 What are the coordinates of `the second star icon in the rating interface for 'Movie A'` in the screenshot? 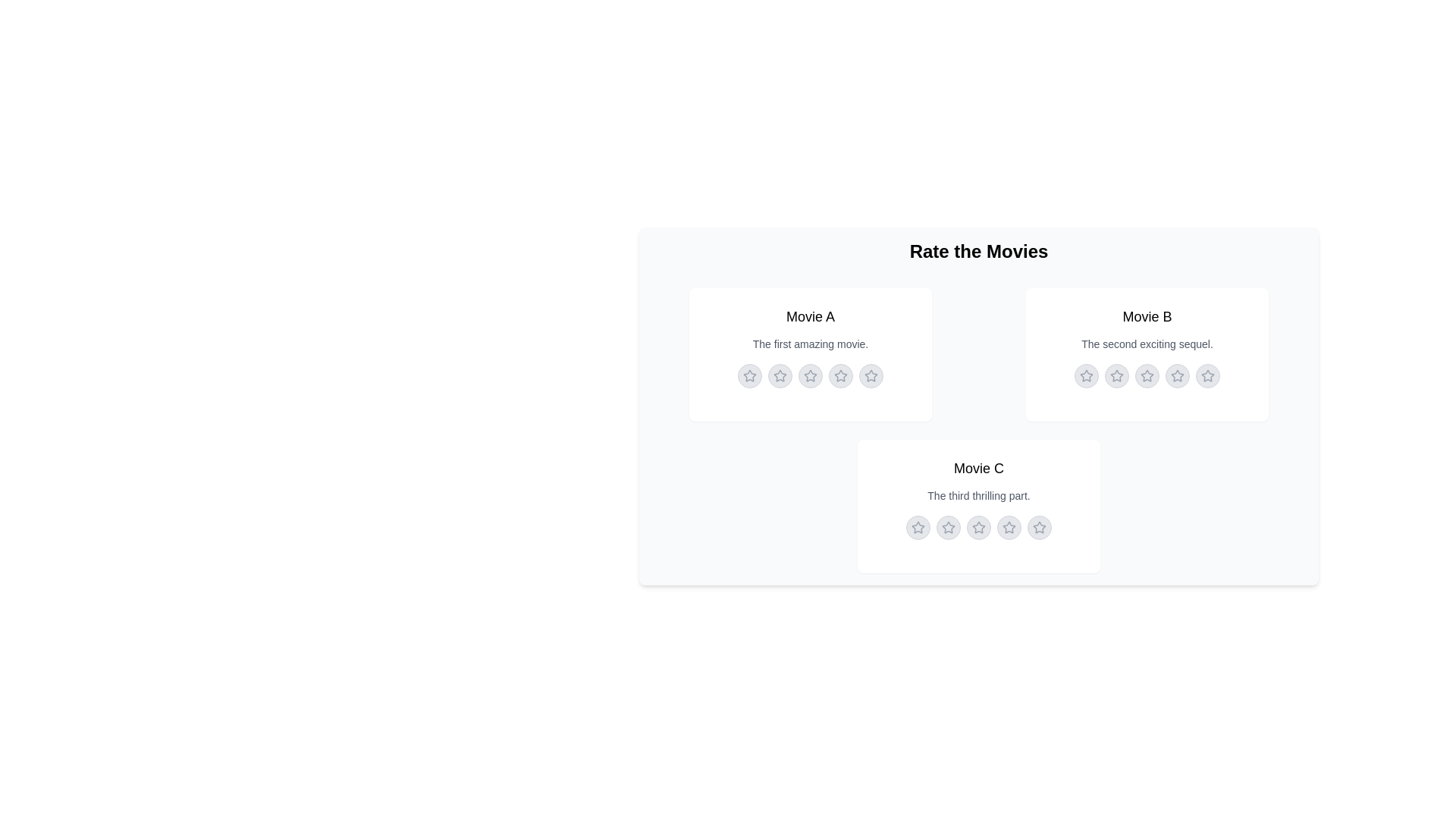 It's located at (810, 375).